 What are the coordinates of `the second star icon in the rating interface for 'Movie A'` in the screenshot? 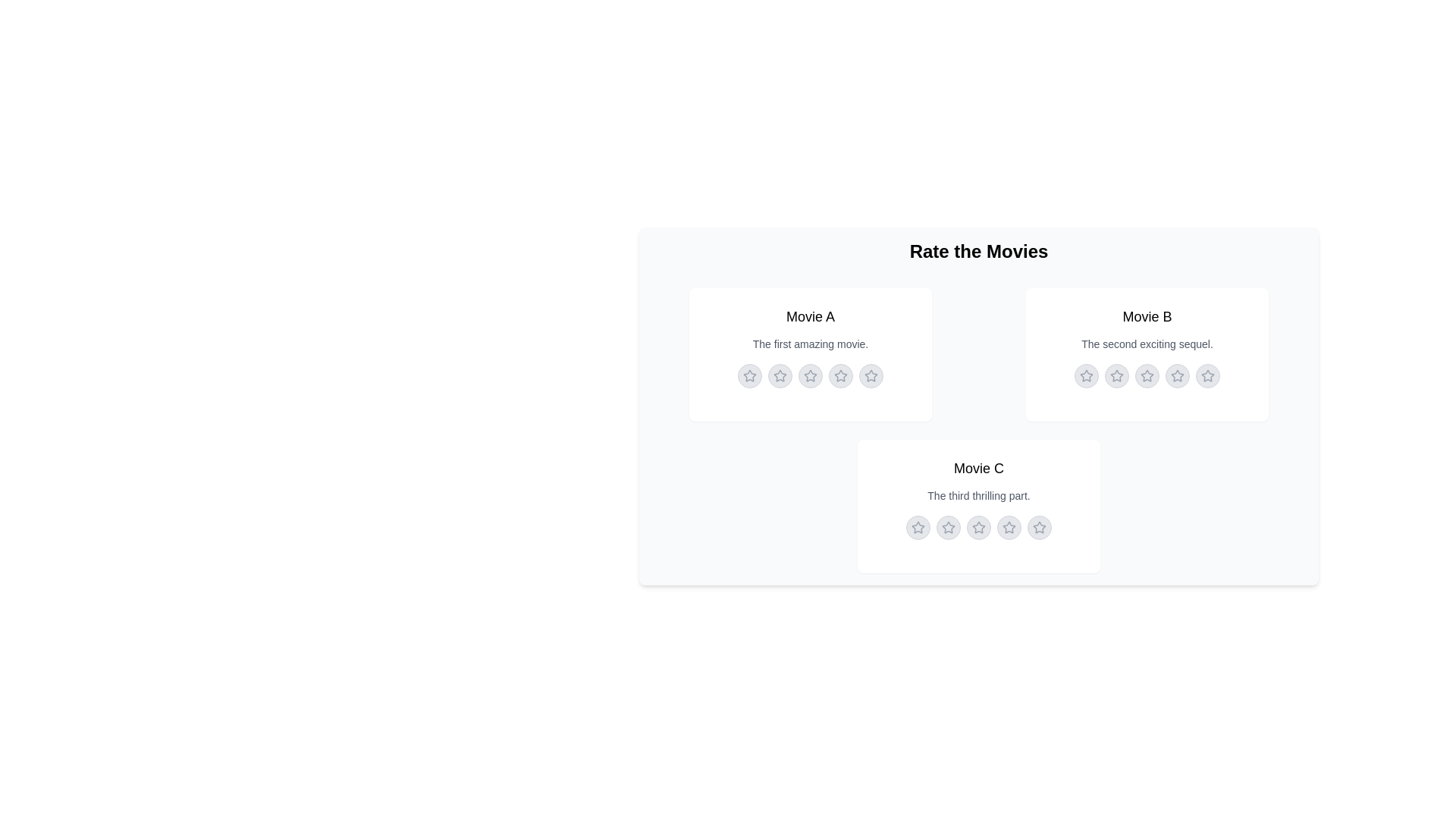 It's located at (810, 375).